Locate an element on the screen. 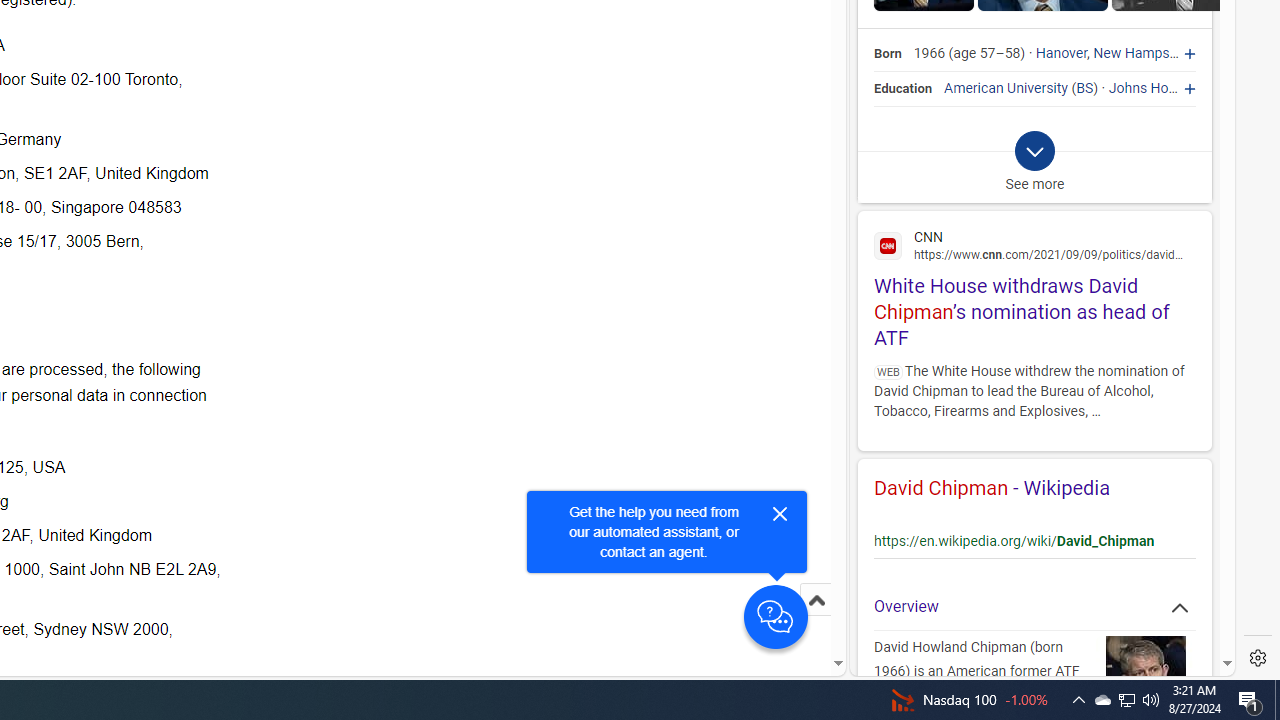 This screenshot has width=1280, height=720. 'CNN' is located at coordinates (1034, 243).